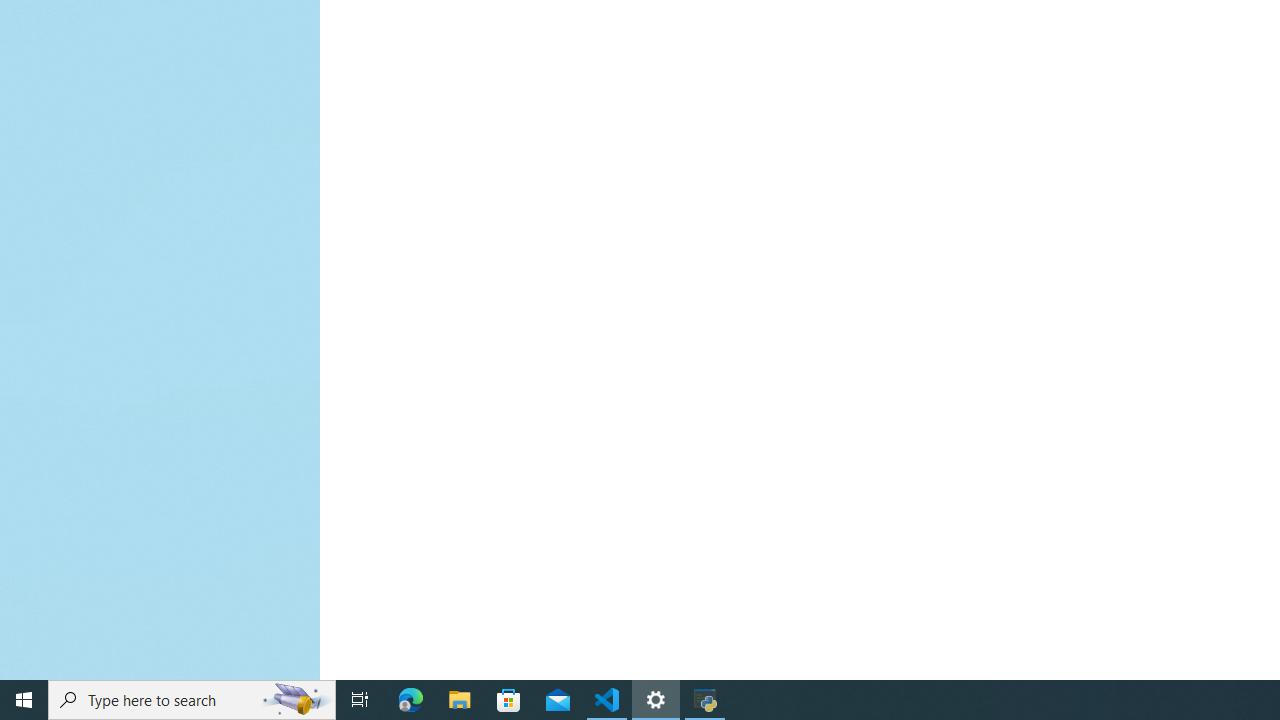 The width and height of the screenshot is (1280, 720). Describe the element at coordinates (509, 698) in the screenshot. I see `'Microsoft Store'` at that location.